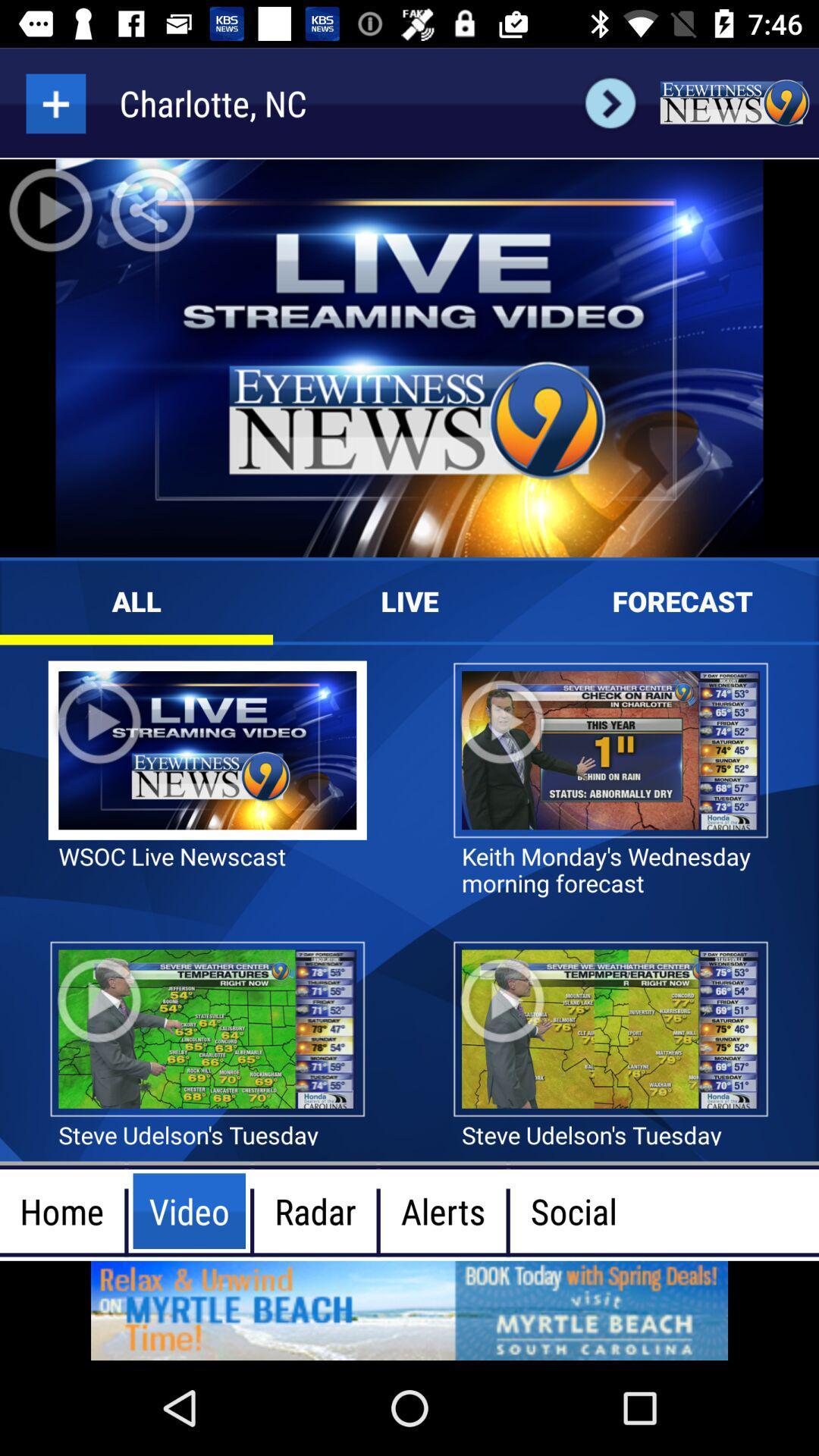 The image size is (819, 1456). What do you see at coordinates (610, 102) in the screenshot?
I see `the arrow_forward icon` at bounding box center [610, 102].